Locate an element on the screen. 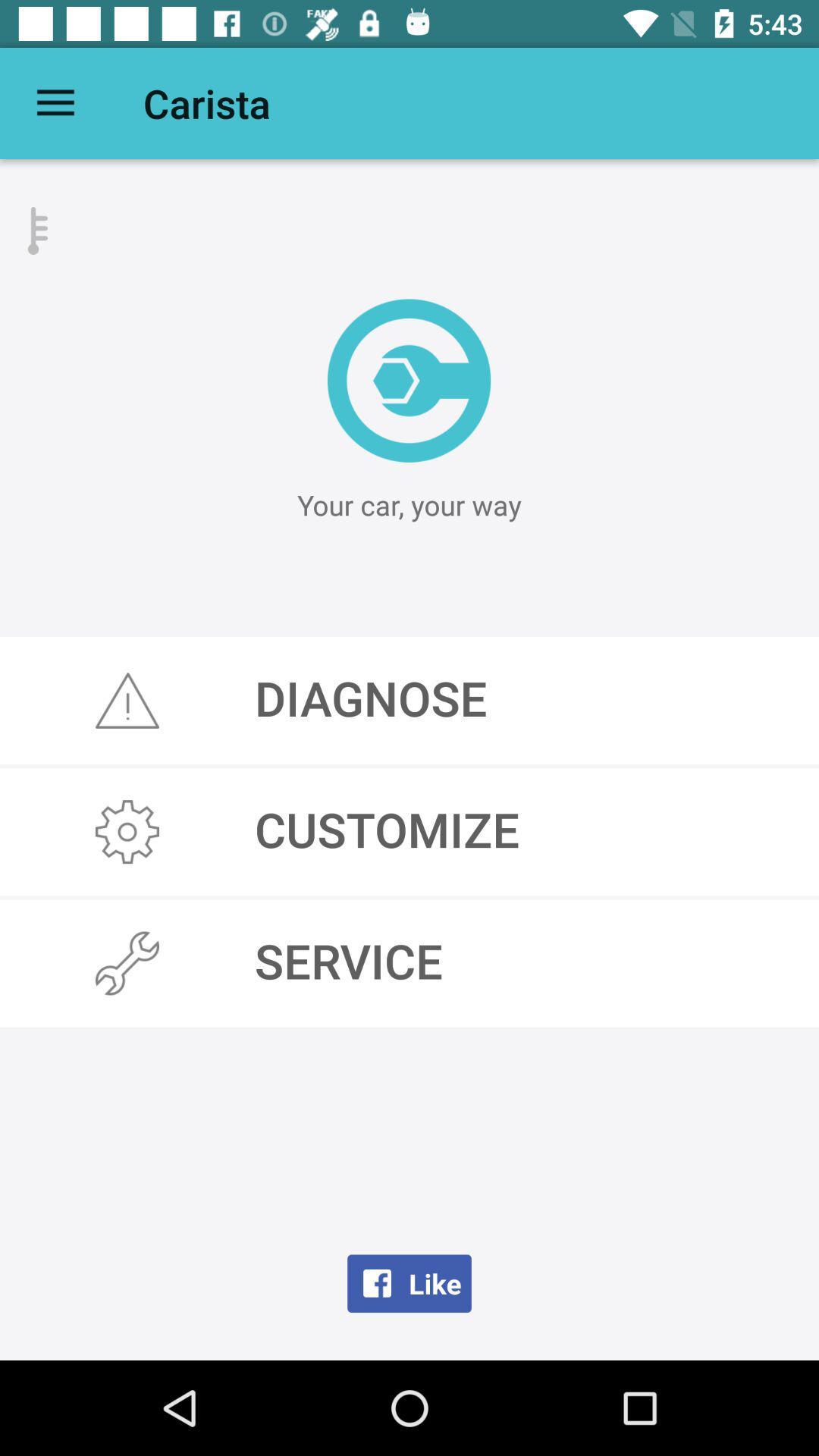  the icon above the customize icon is located at coordinates (409, 699).